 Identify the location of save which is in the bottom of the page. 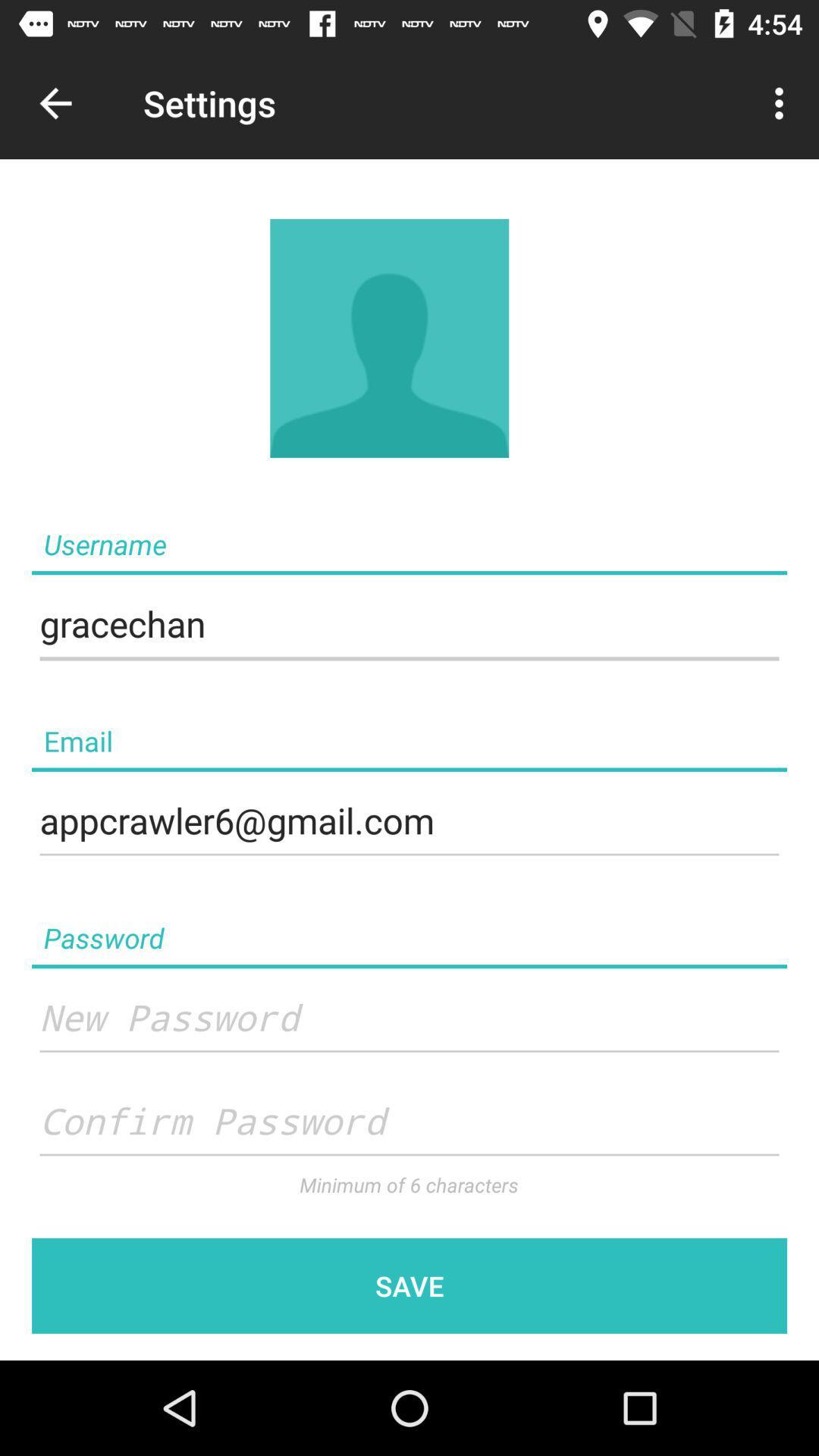
(409, 1285).